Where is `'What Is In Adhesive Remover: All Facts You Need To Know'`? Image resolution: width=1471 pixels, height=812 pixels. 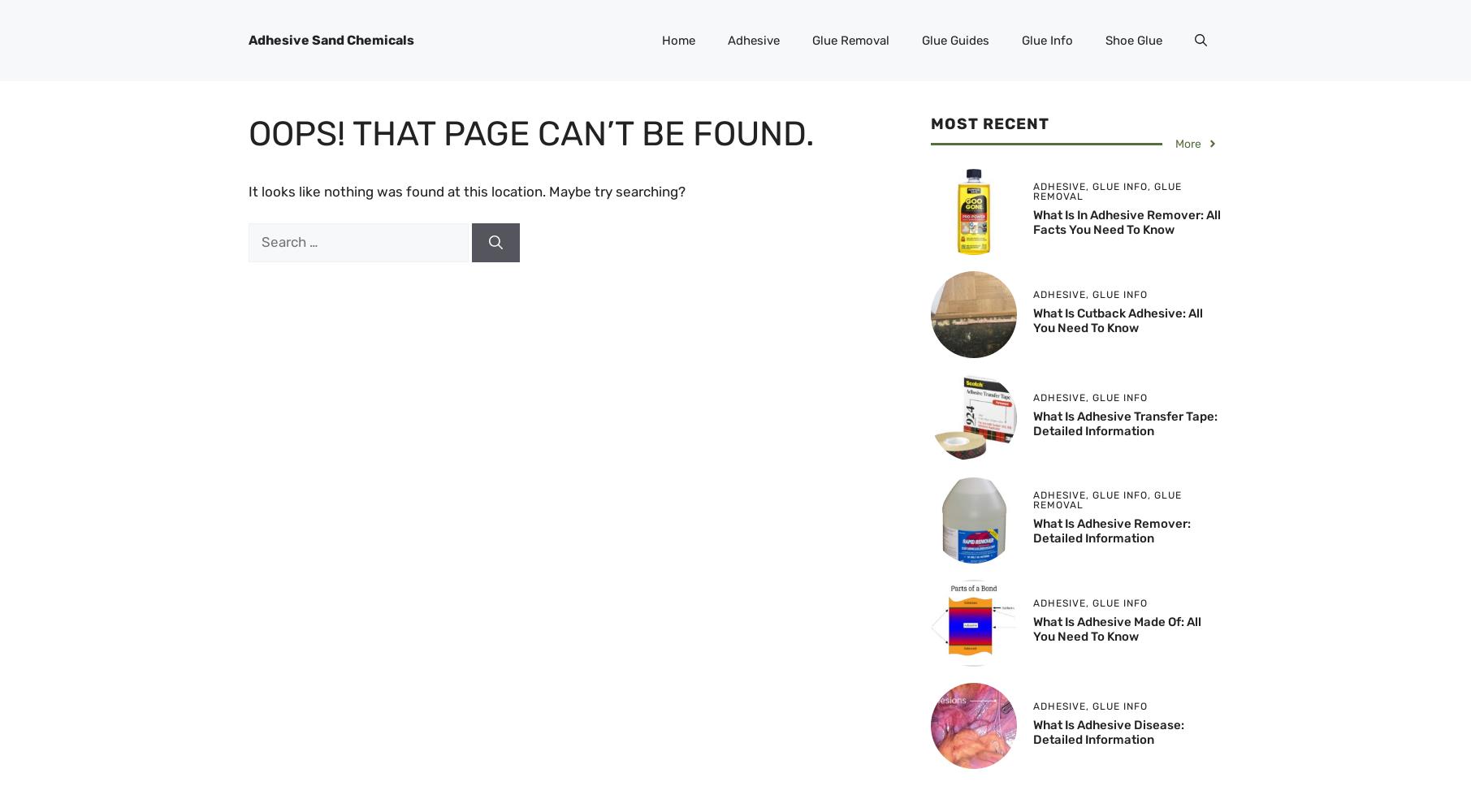 'What Is In Adhesive Remover: All Facts You Need To Know' is located at coordinates (1126, 222).